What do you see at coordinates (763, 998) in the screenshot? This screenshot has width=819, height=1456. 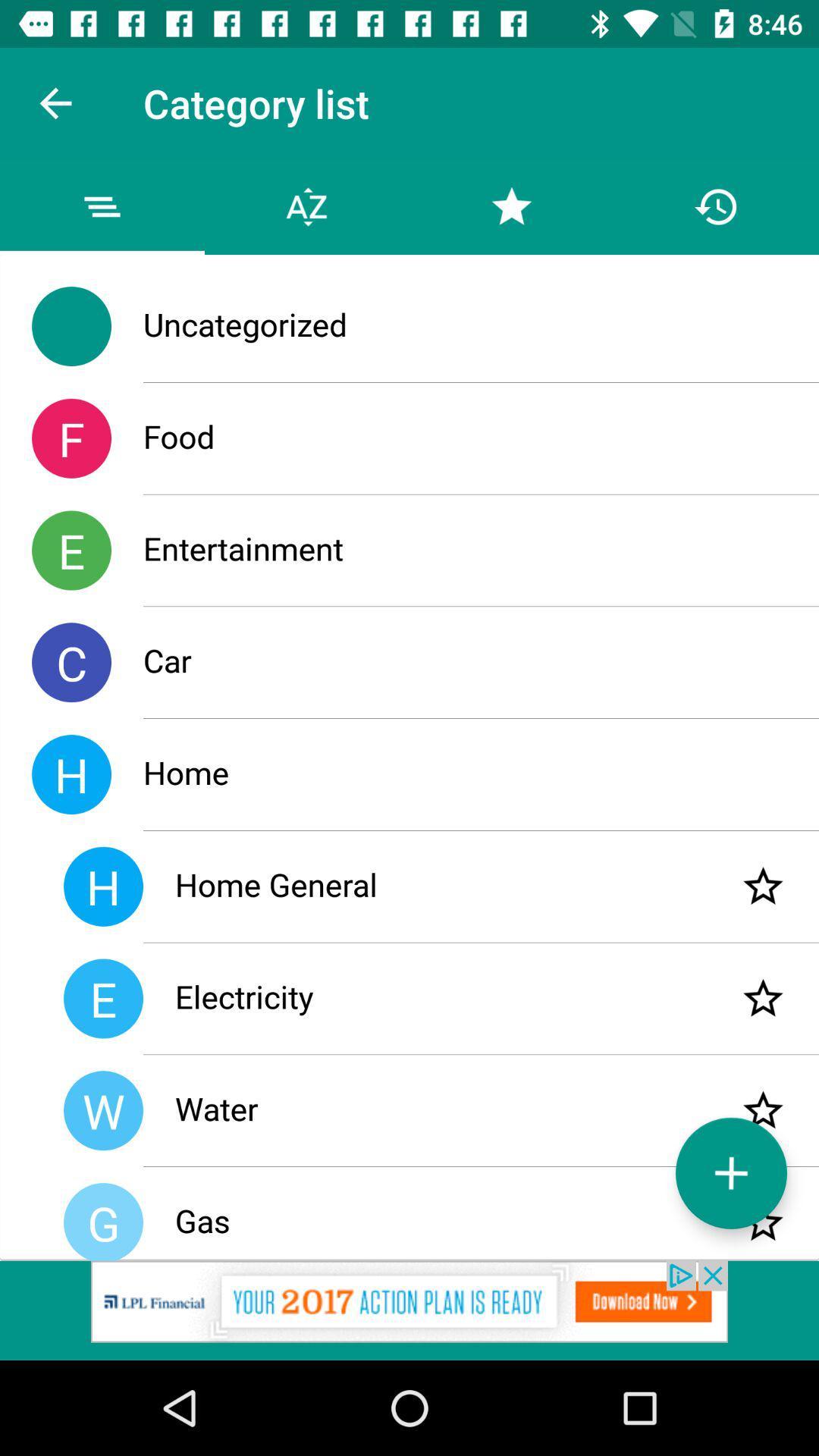 I see `as favorite` at bounding box center [763, 998].